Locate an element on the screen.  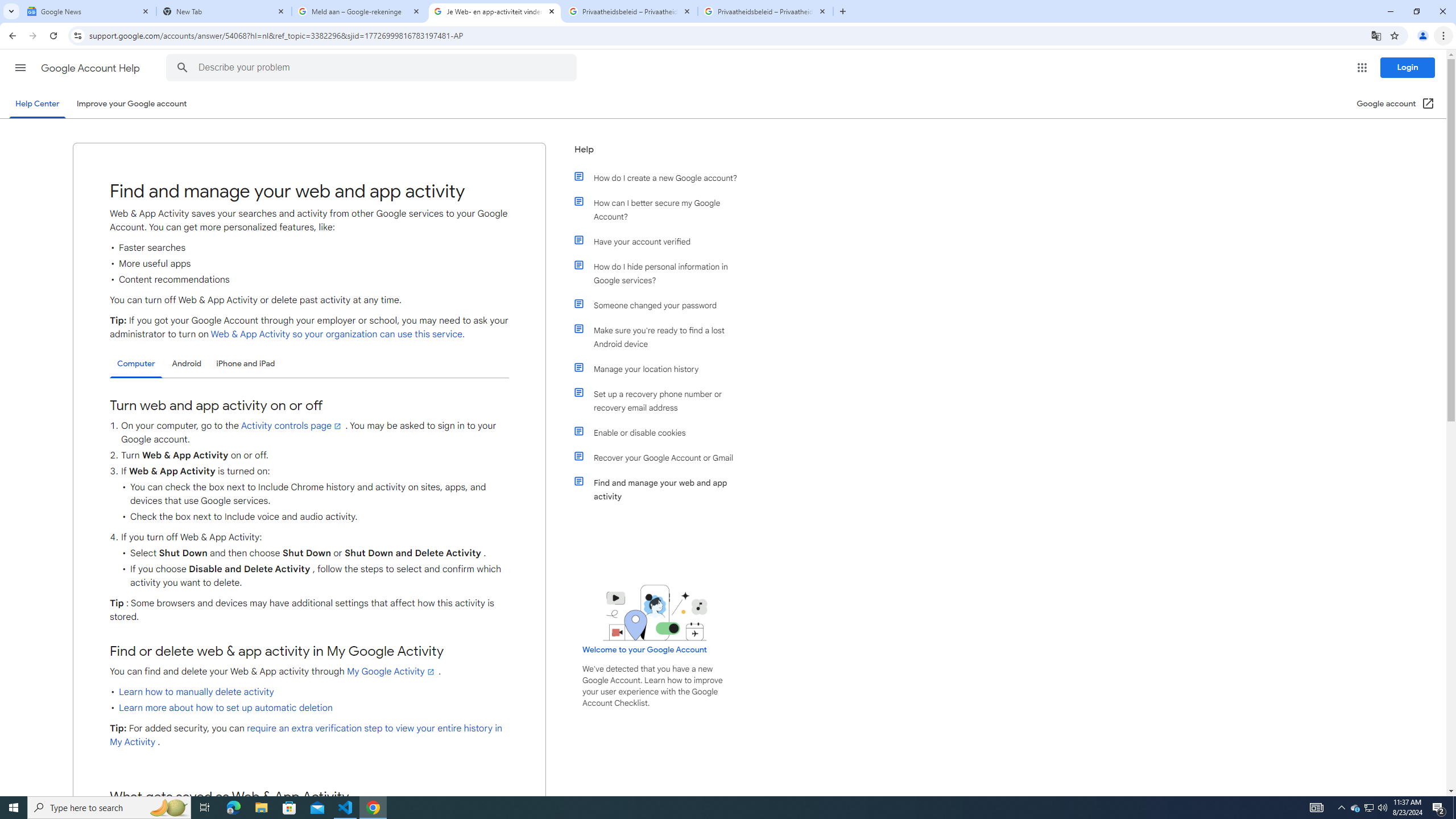
'iPhone and iPad' is located at coordinates (245, 363).